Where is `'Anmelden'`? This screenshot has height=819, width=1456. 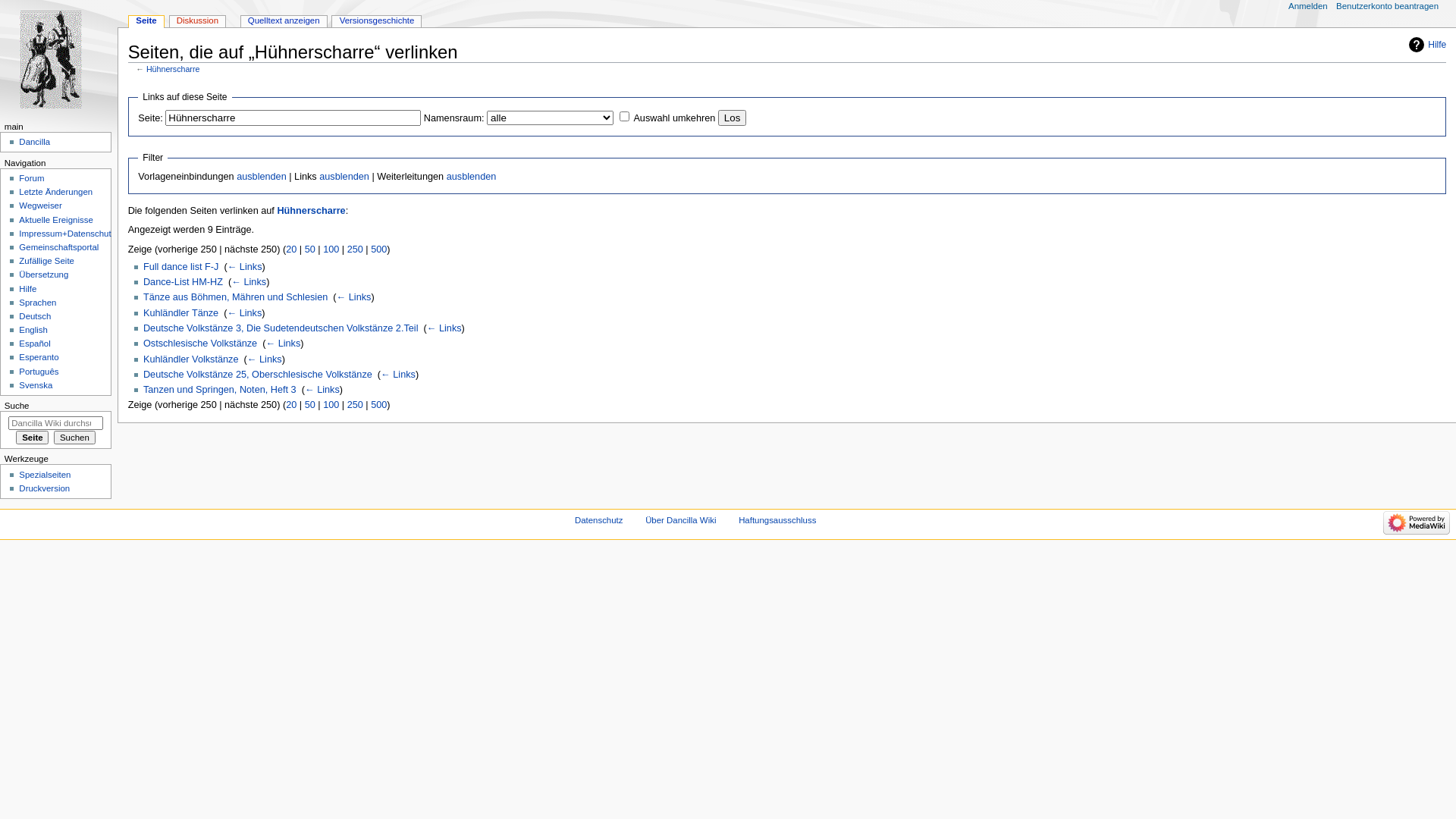 'Anmelden' is located at coordinates (1307, 6).